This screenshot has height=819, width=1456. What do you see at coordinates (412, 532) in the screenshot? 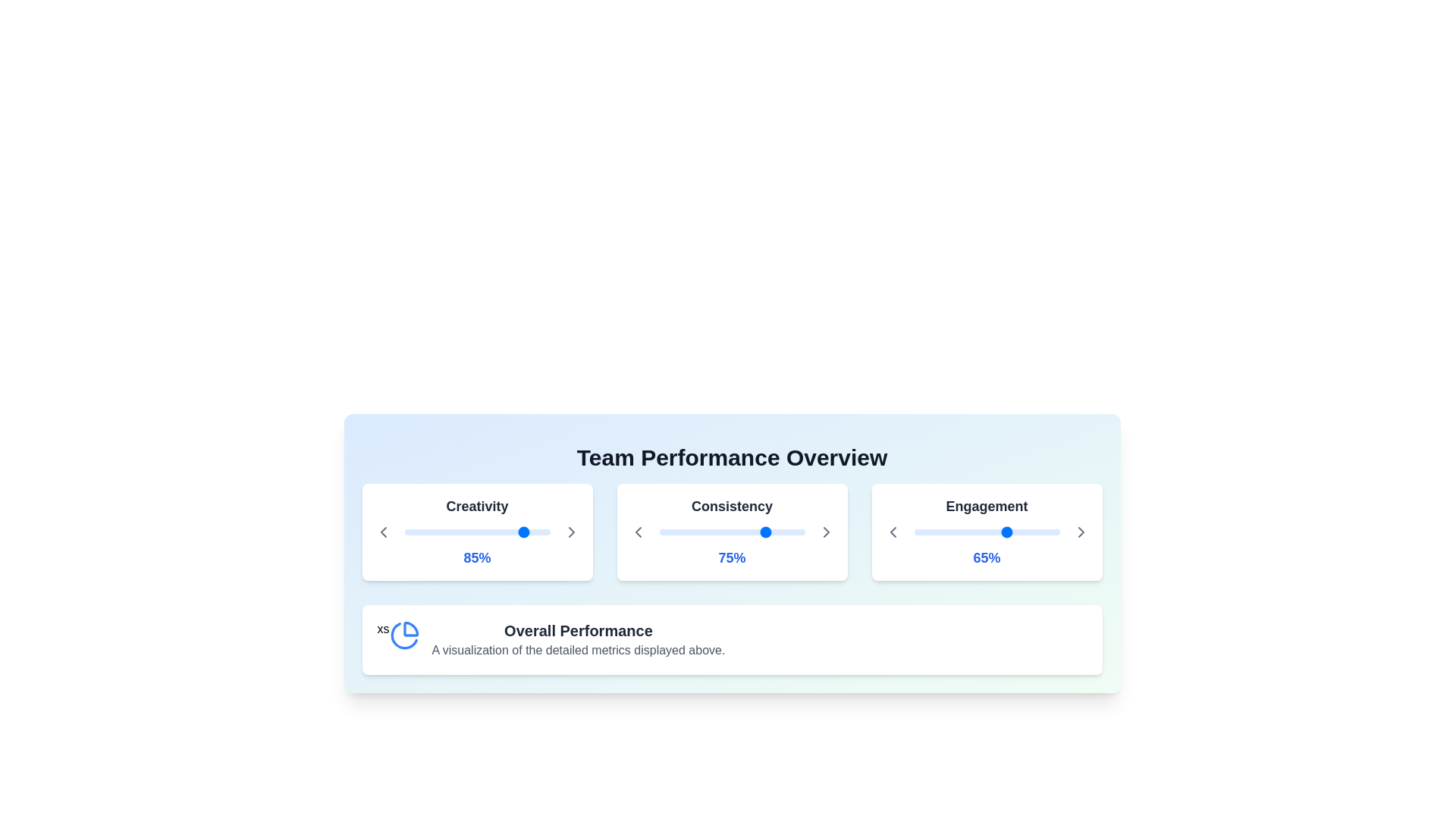
I see `the slider` at bounding box center [412, 532].